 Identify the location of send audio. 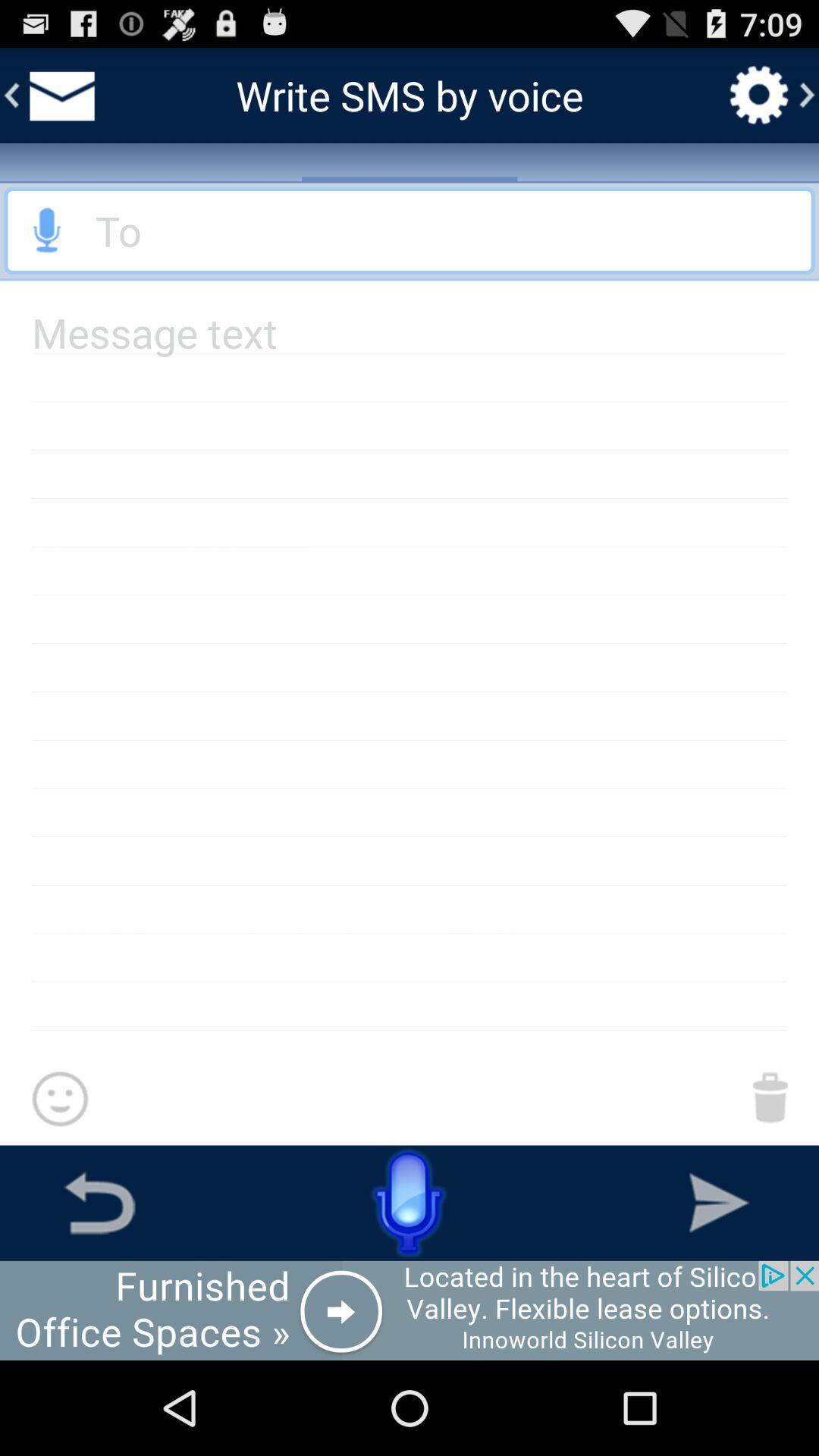
(46, 230).